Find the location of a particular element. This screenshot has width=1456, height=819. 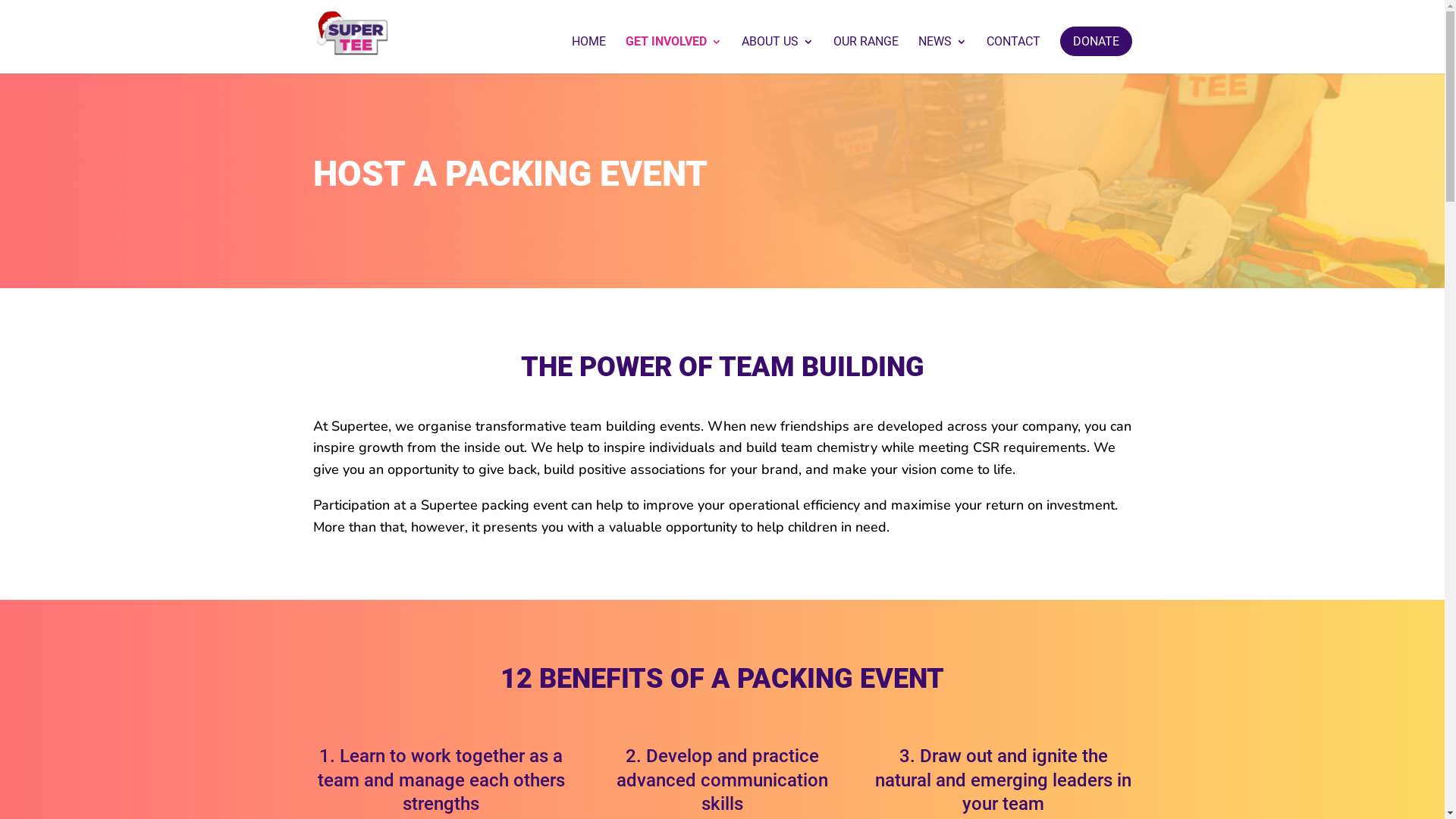

'HOME' is located at coordinates (588, 54).